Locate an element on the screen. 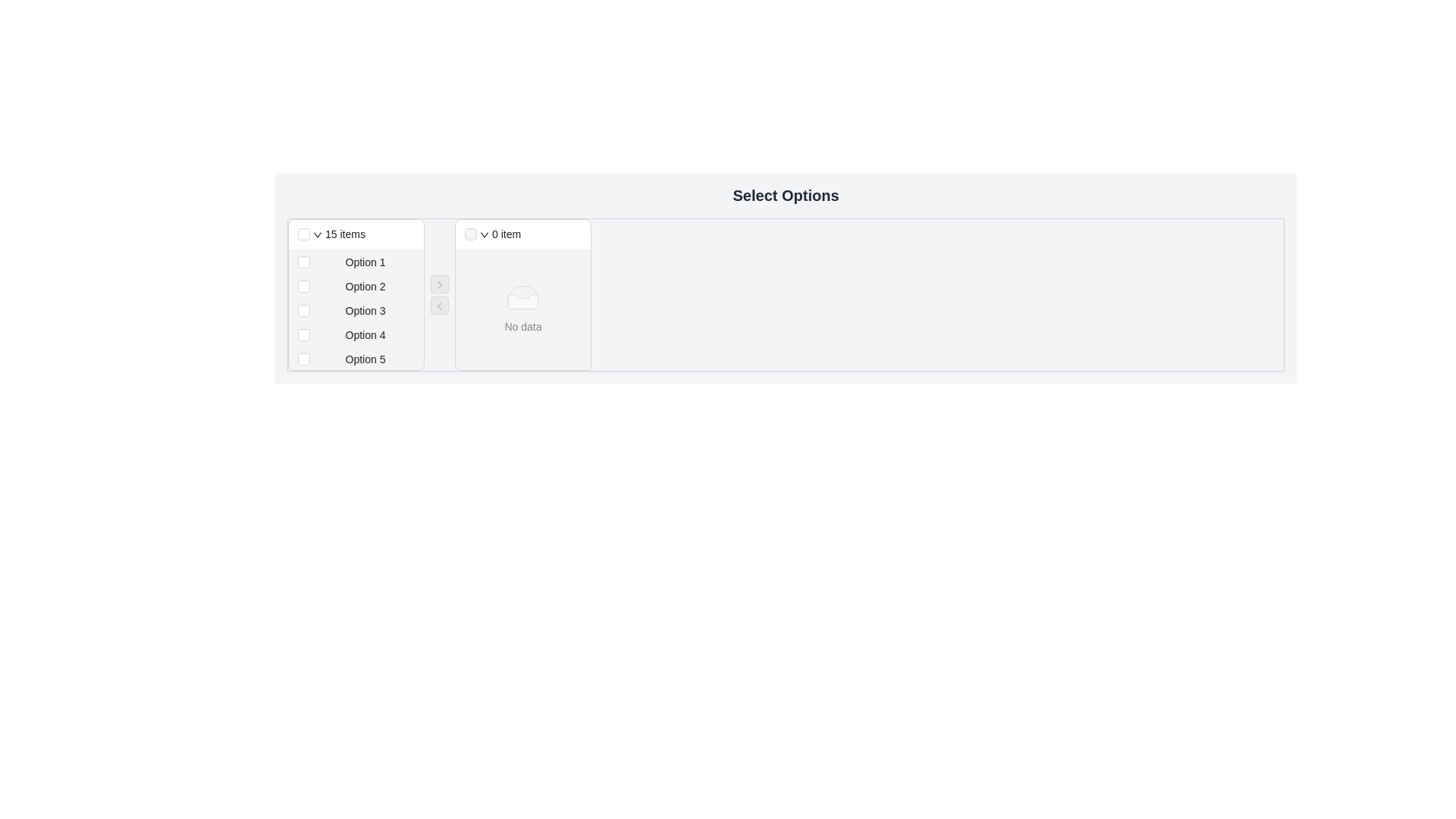 This screenshot has height=819, width=1456. the first checkbox in the vertical list associated with 'Option 1' is located at coordinates (303, 262).